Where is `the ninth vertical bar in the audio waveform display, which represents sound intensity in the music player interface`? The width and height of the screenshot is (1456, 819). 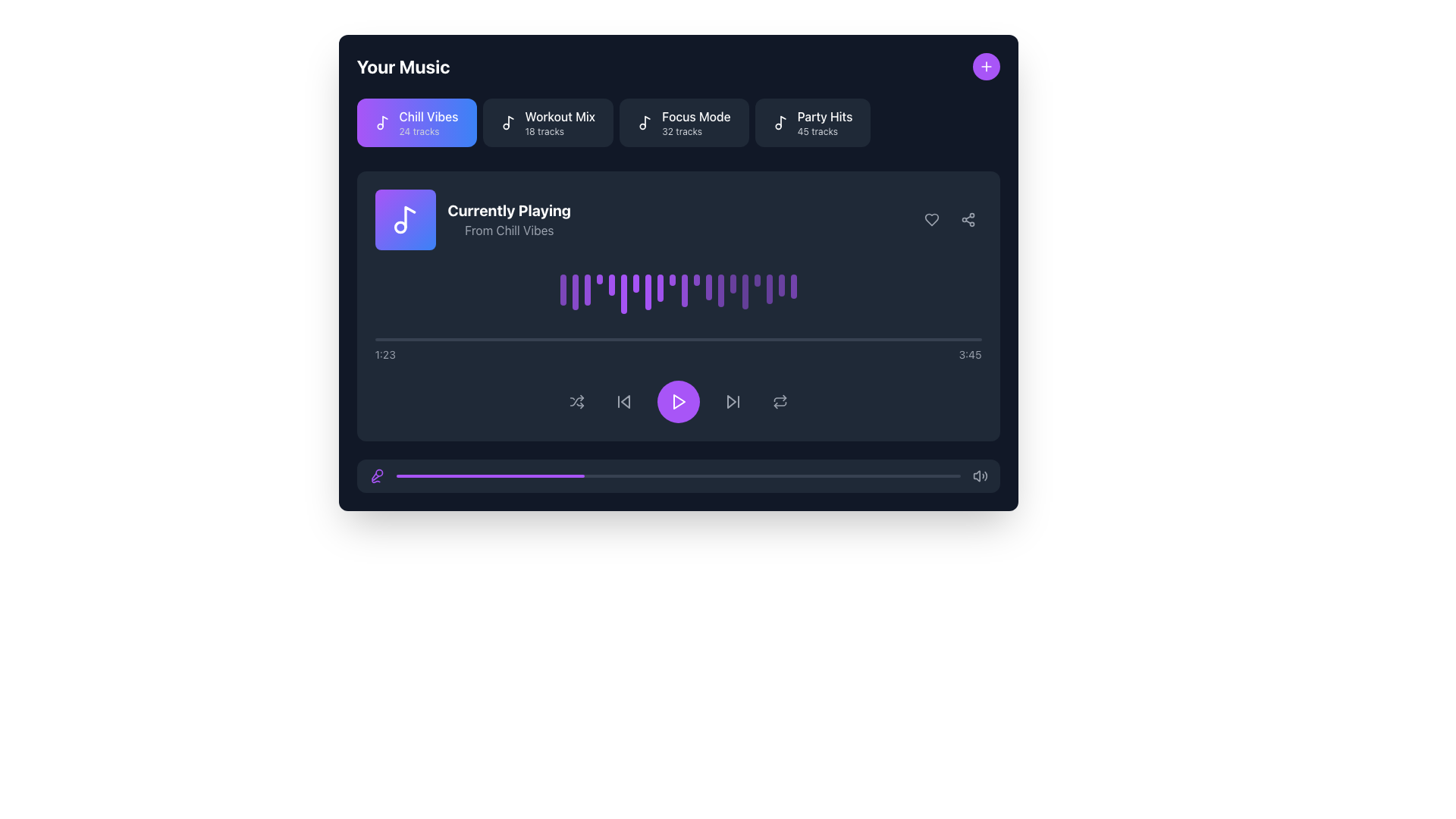
the ninth vertical bar in the audio waveform display, which represents sound intensity in the music player interface is located at coordinates (660, 288).